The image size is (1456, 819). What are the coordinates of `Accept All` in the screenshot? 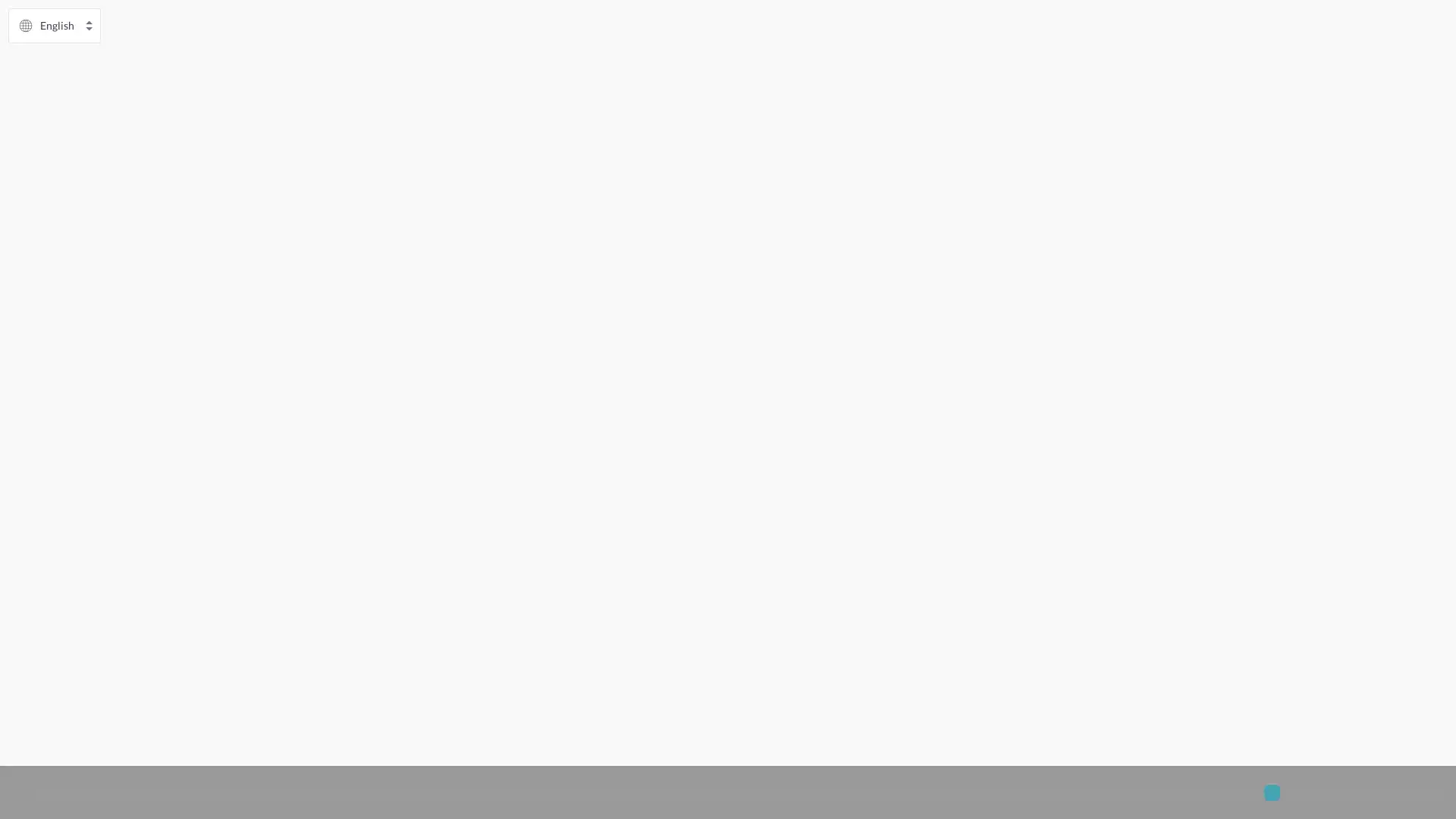 It's located at (1295, 786).